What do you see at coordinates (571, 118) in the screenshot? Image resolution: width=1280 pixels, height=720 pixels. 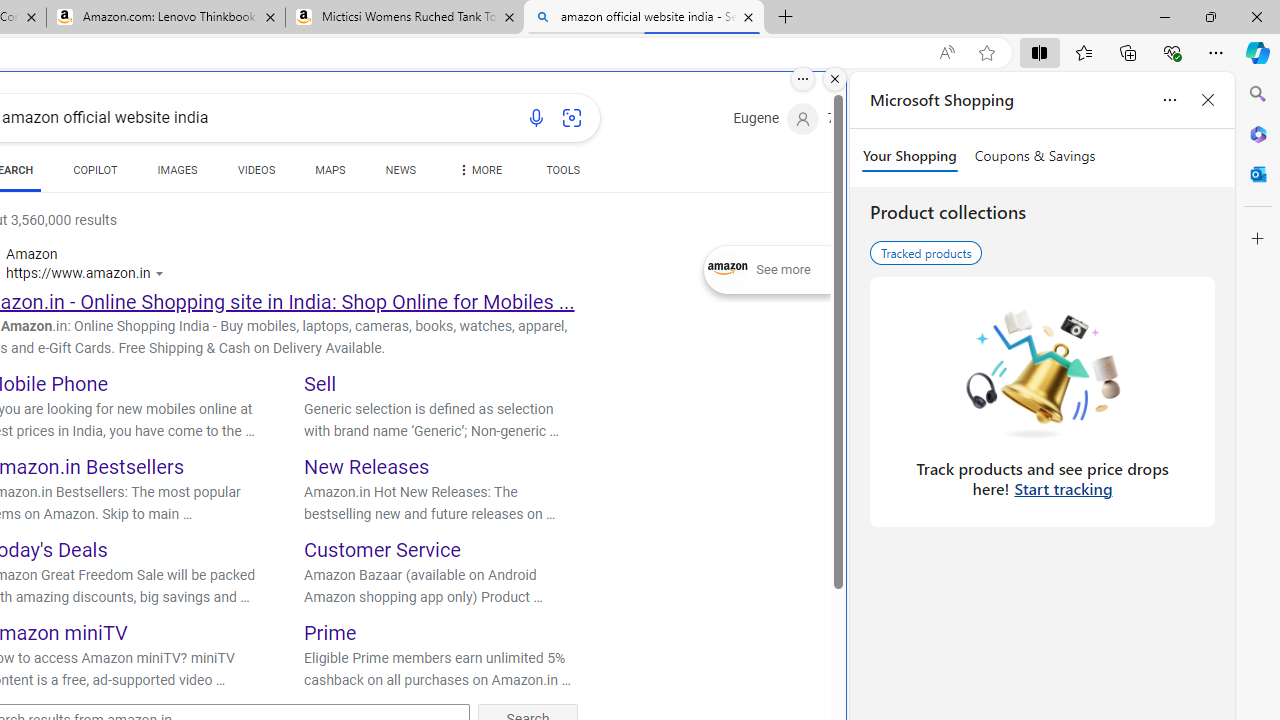 I see `'Search using an image'` at bounding box center [571, 118].